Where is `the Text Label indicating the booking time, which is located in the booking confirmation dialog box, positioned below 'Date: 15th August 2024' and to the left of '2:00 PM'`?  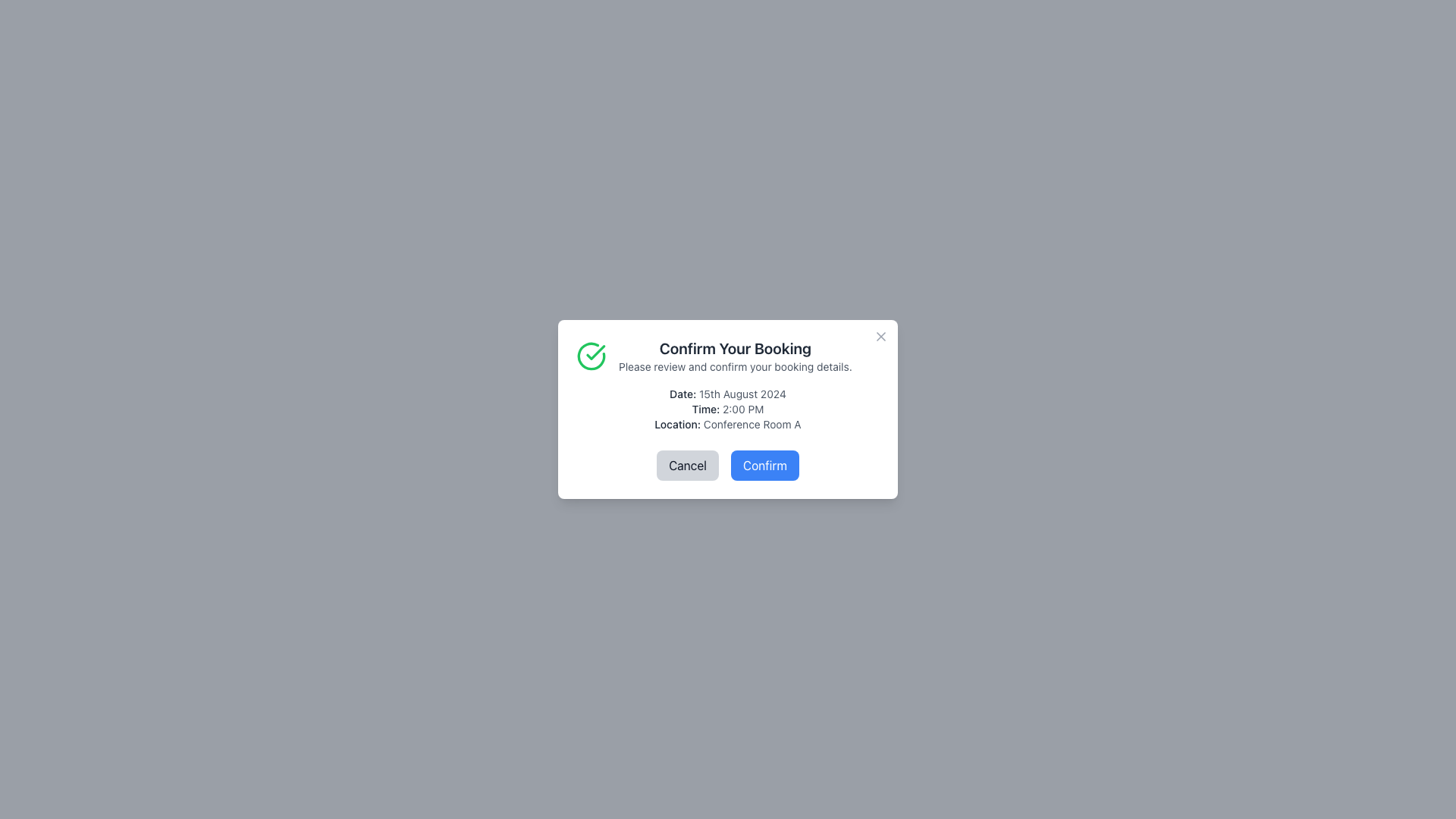
the Text Label indicating the booking time, which is located in the booking confirmation dialog box, positioned below 'Date: 15th August 2024' and to the left of '2:00 PM' is located at coordinates (705, 408).